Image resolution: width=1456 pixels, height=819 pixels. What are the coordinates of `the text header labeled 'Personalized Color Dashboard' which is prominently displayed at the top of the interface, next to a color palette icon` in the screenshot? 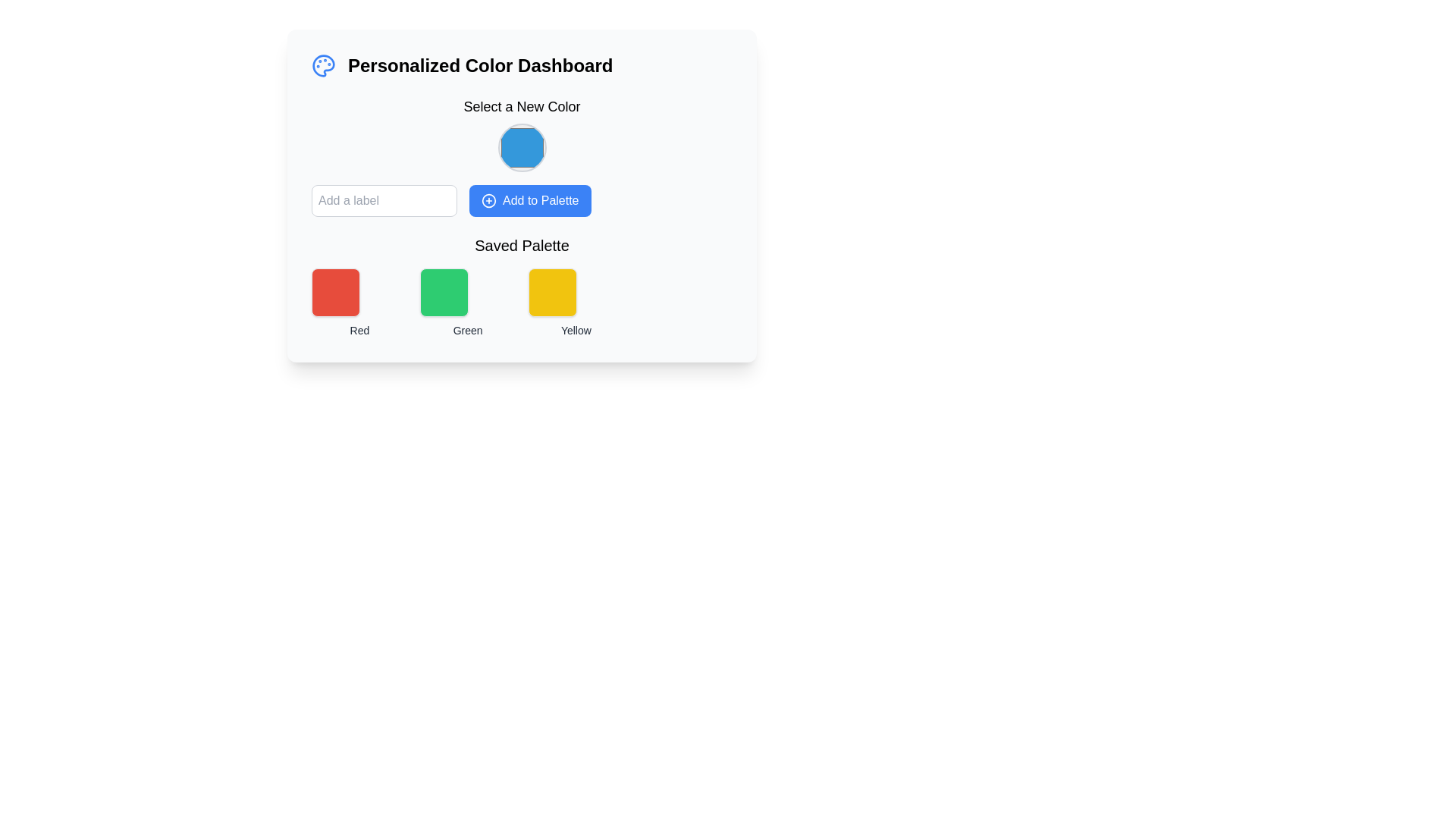 It's located at (479, 65).